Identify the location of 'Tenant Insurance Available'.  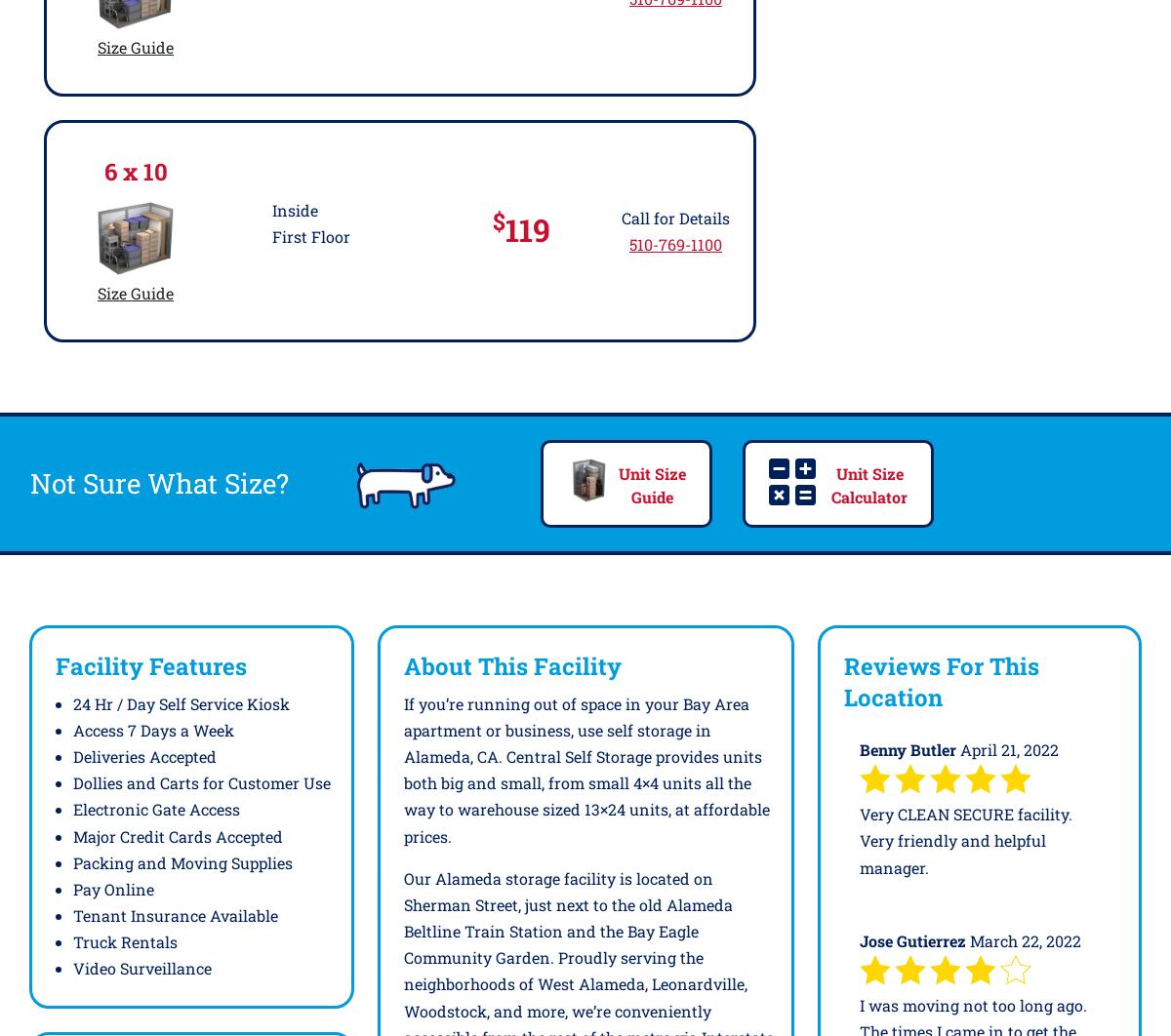
(175, 914).